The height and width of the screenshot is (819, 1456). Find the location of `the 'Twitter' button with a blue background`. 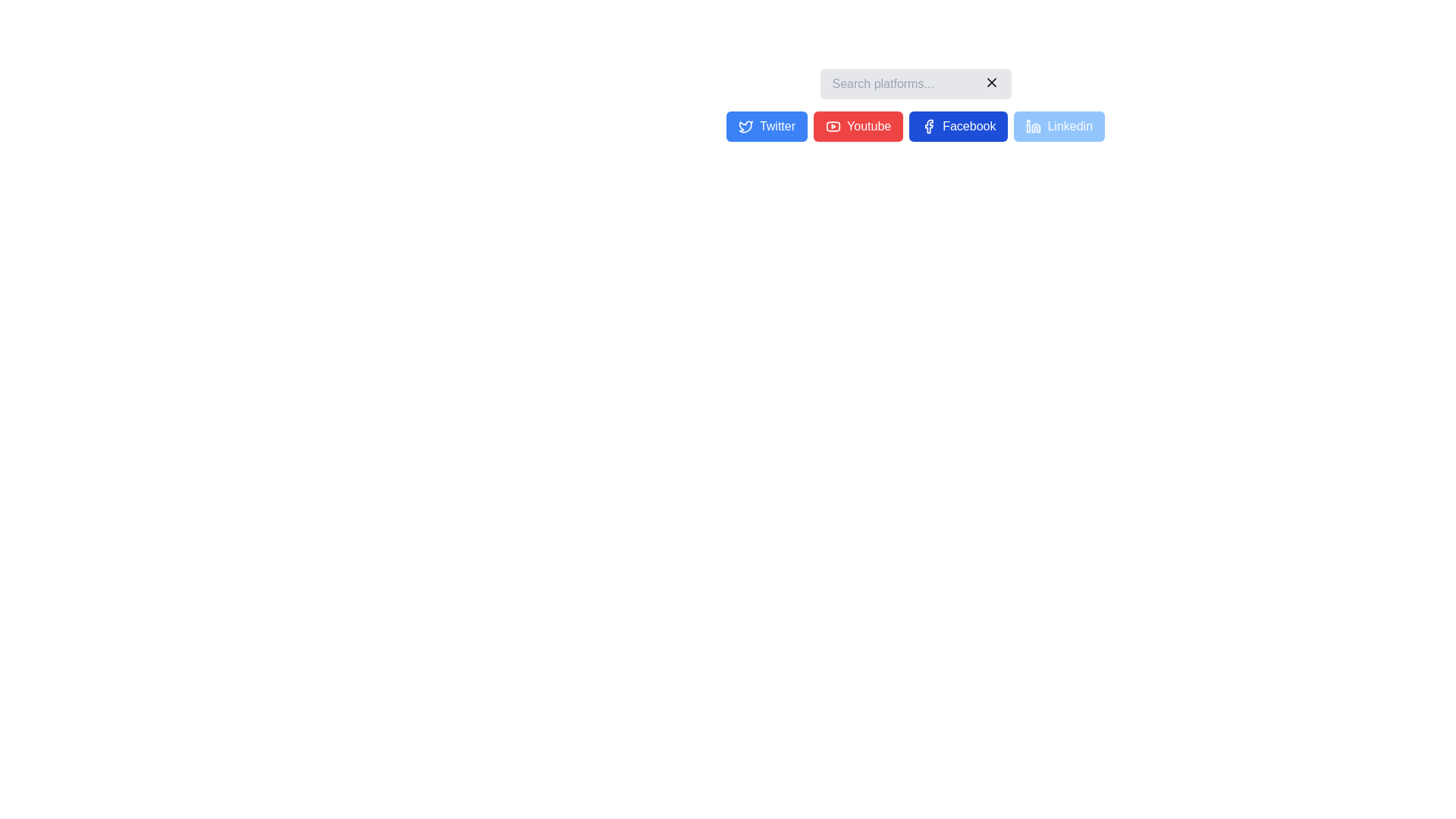

the 'Twitter' button with a blue background is located at coordinates (915, 125).